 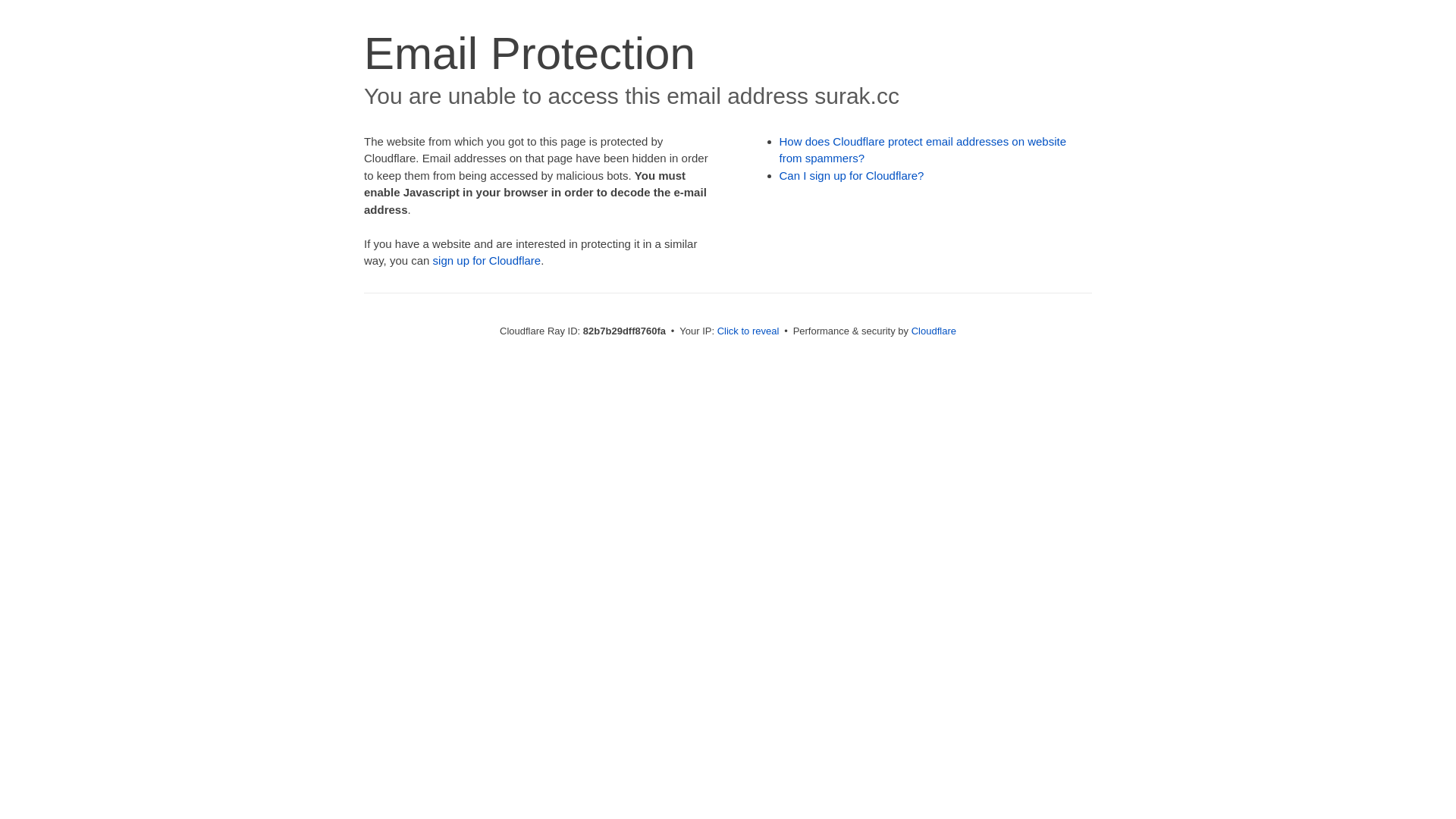 What do you see at coordinates (852, 174) in the screenshot?
I see `'Can I sign up for Cloudflare?'` at bounding box center [852, 174].